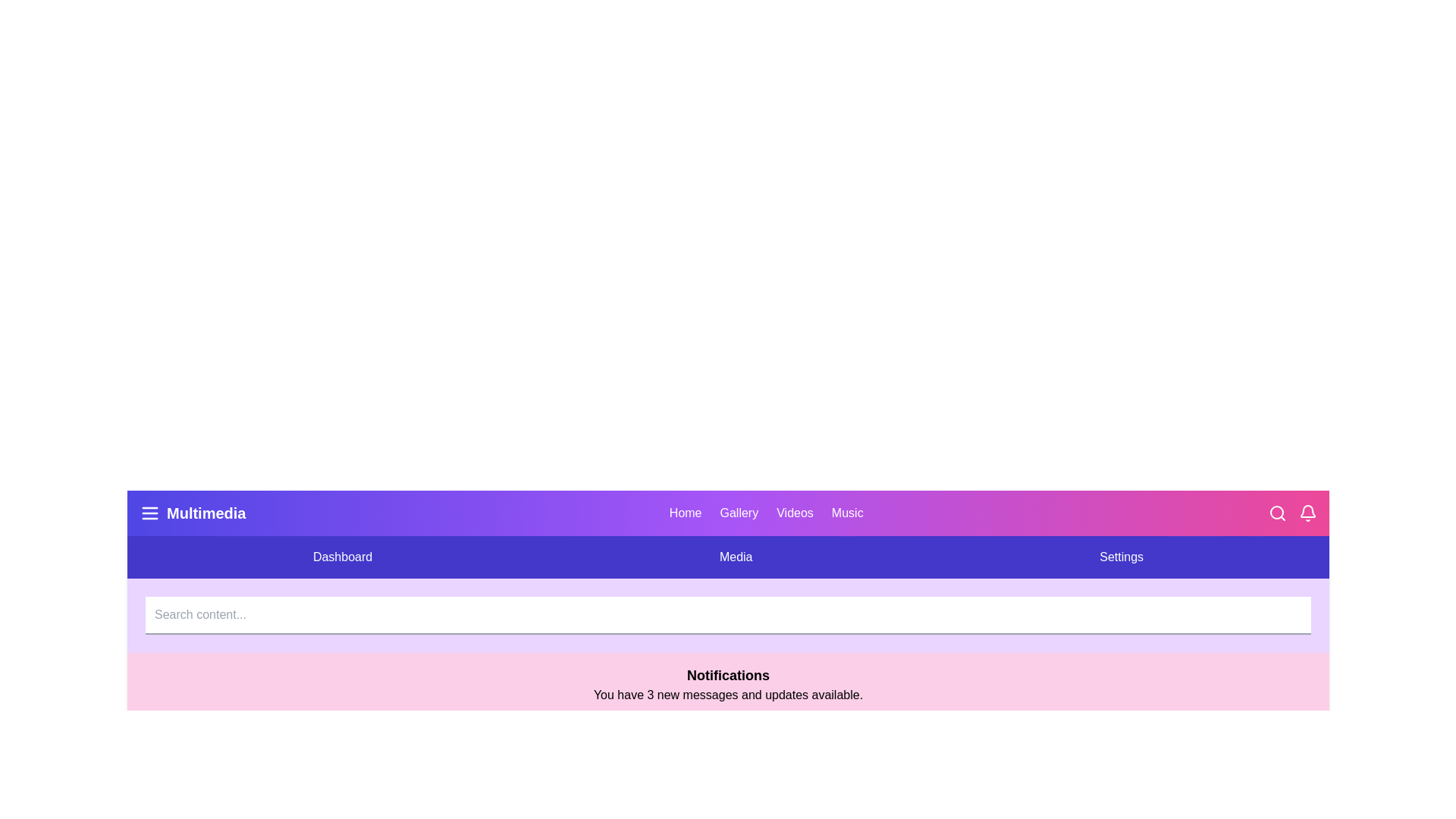 The height and width of the screenshot is (819, 1456). Describe the element at coordinates (739, 513) in the screenshot. I see `the section labeled Gallery in the navigation bar` at that location.